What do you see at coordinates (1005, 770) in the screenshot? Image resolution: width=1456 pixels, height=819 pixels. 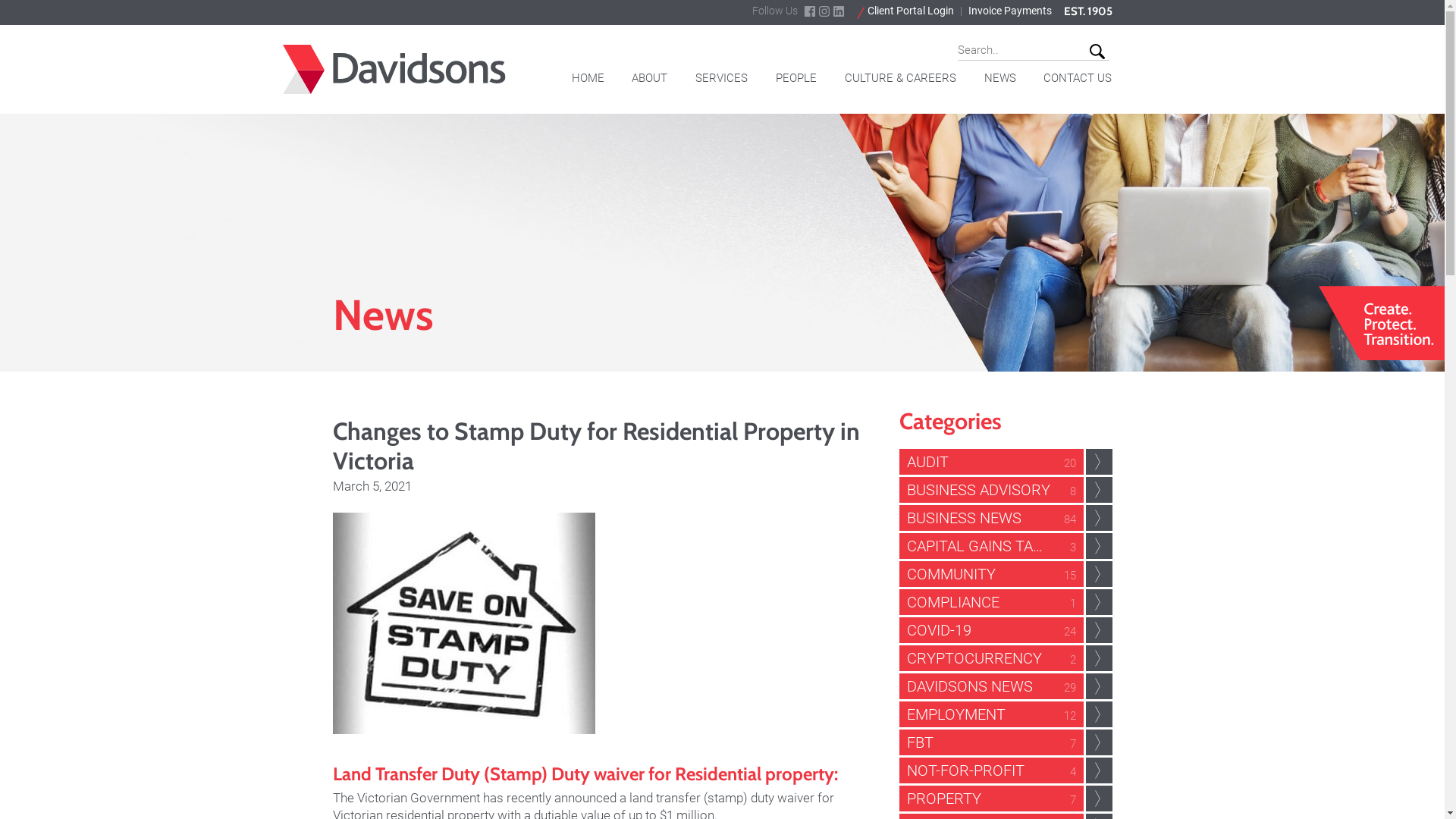 I see `'NOT-FOR-PROFIT` at bounding box center [1005, 770].